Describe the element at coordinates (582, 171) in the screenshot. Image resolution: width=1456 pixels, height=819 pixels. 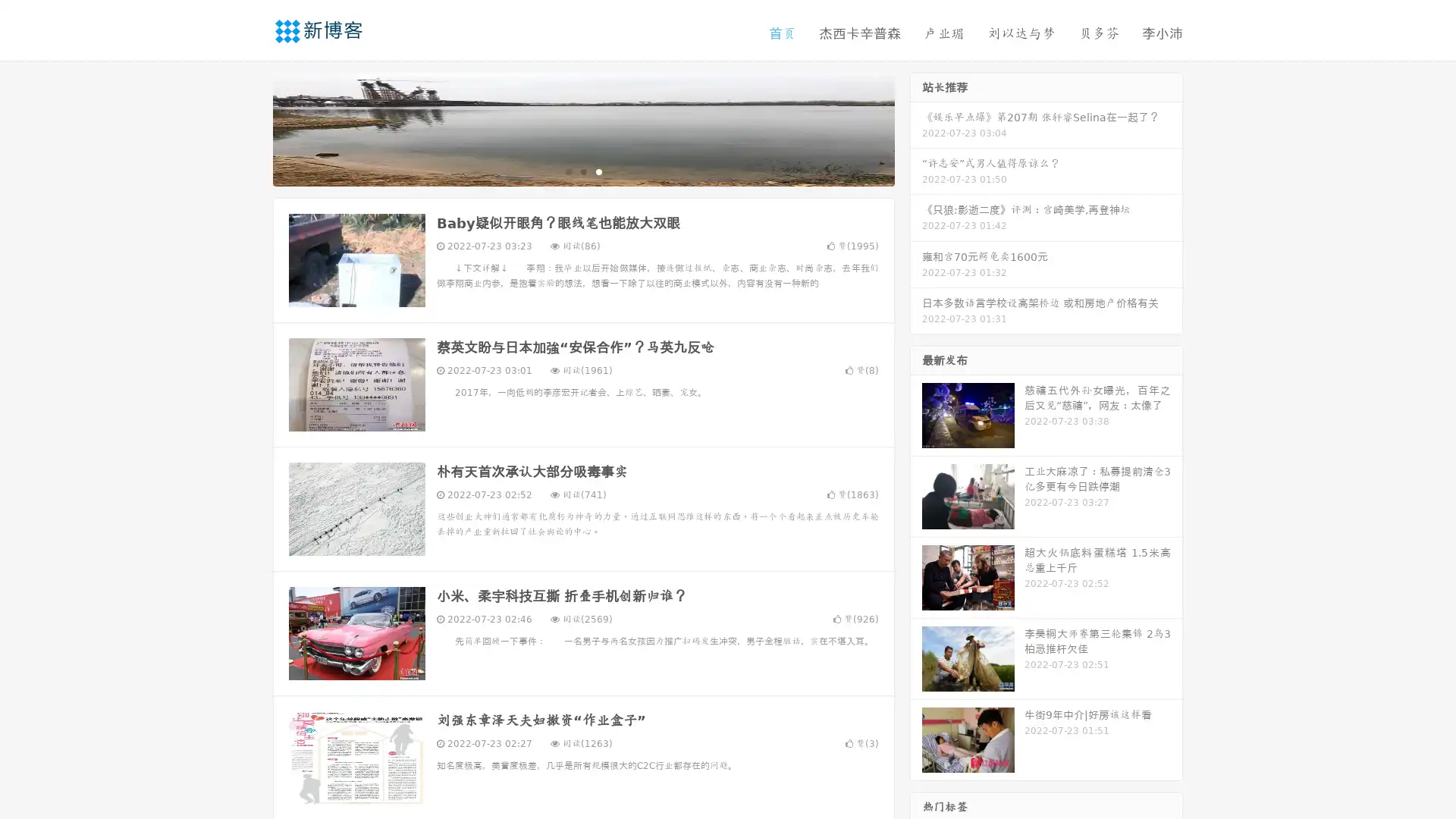
I see `Go to slide 2` at that location.